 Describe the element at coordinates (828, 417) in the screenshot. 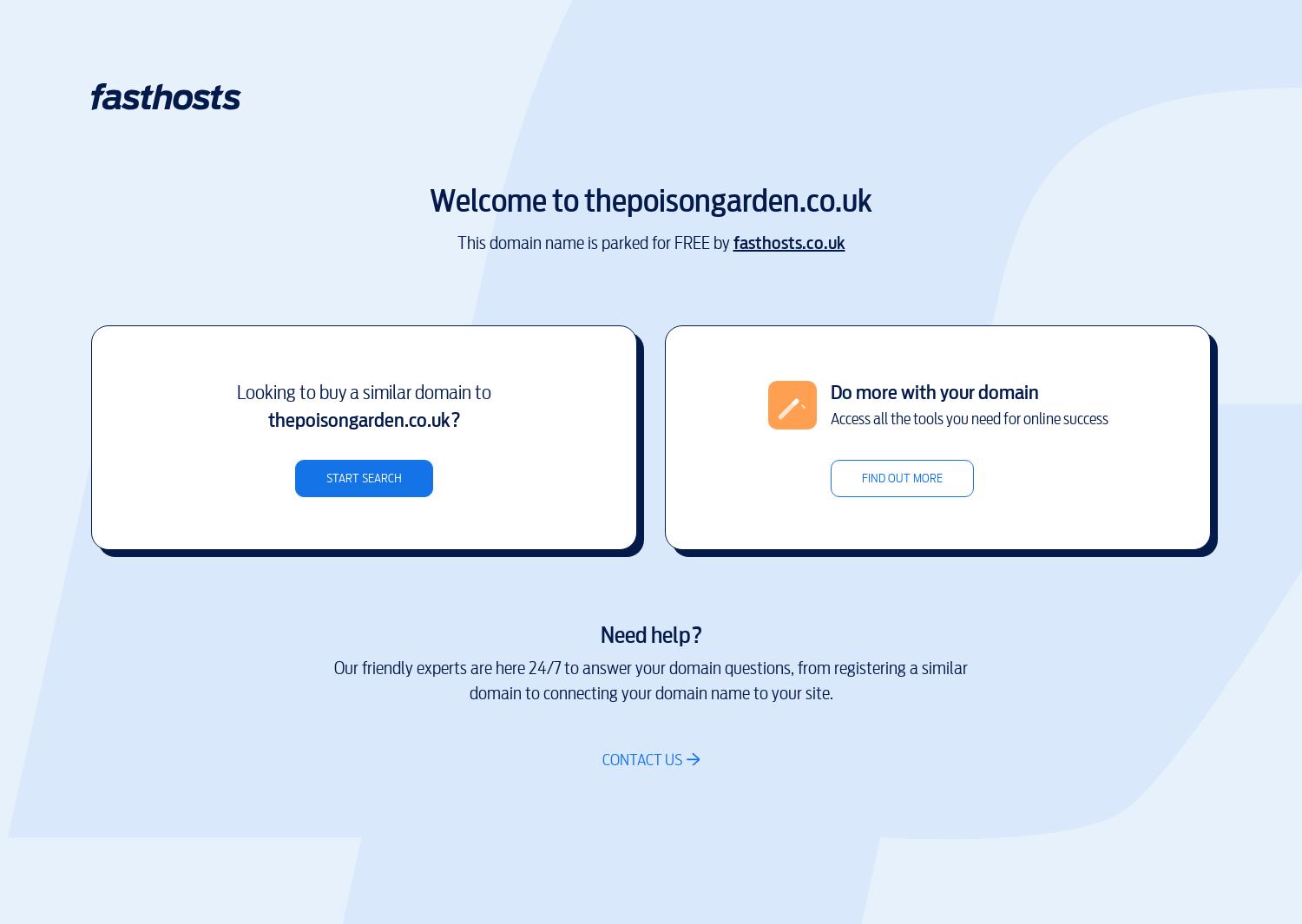

I see `'Access all the tools you need for online success'` at that location.